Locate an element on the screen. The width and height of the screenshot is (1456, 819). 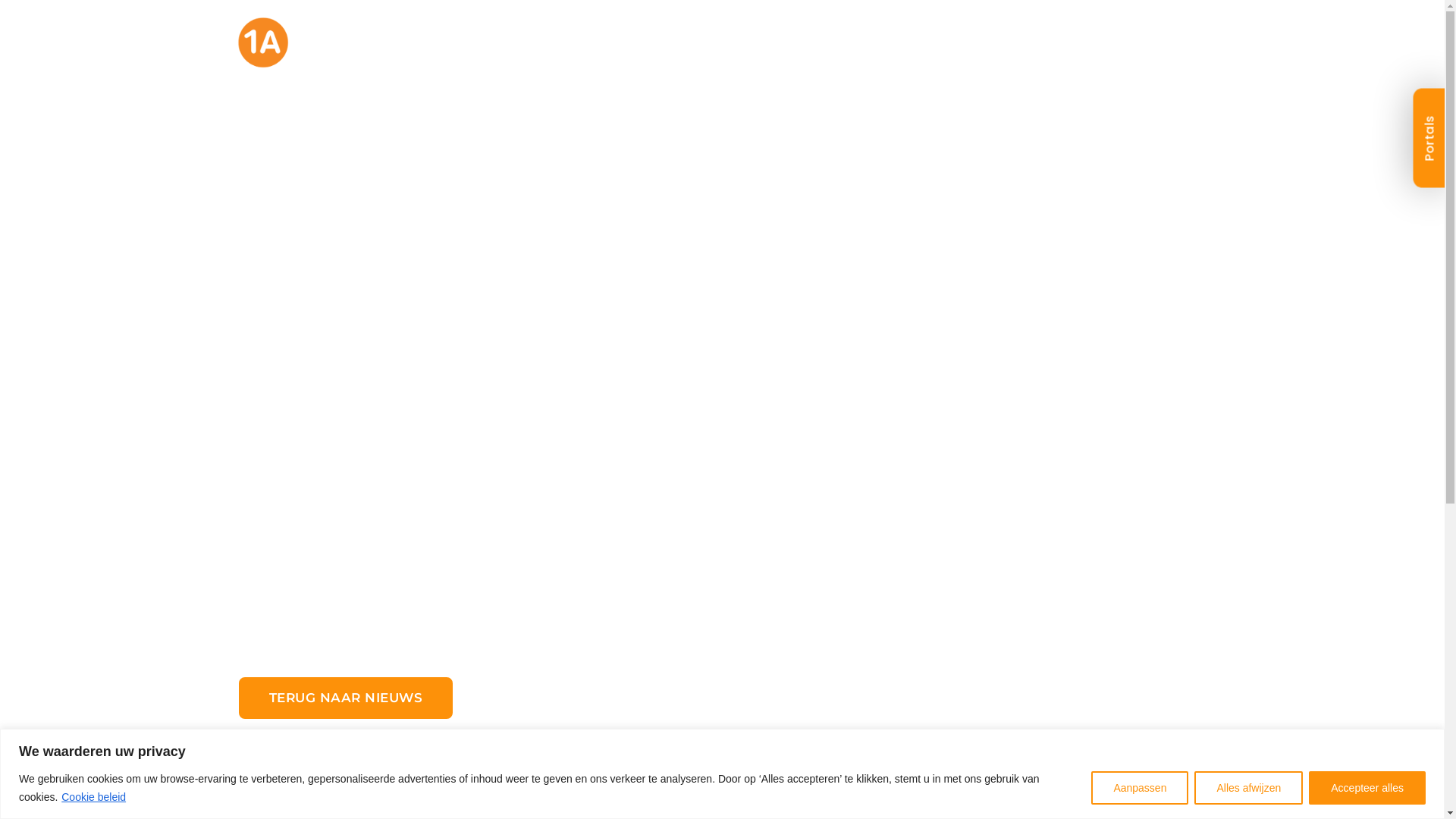
'Accepteer alles' is located at coordinates (1367, 786).